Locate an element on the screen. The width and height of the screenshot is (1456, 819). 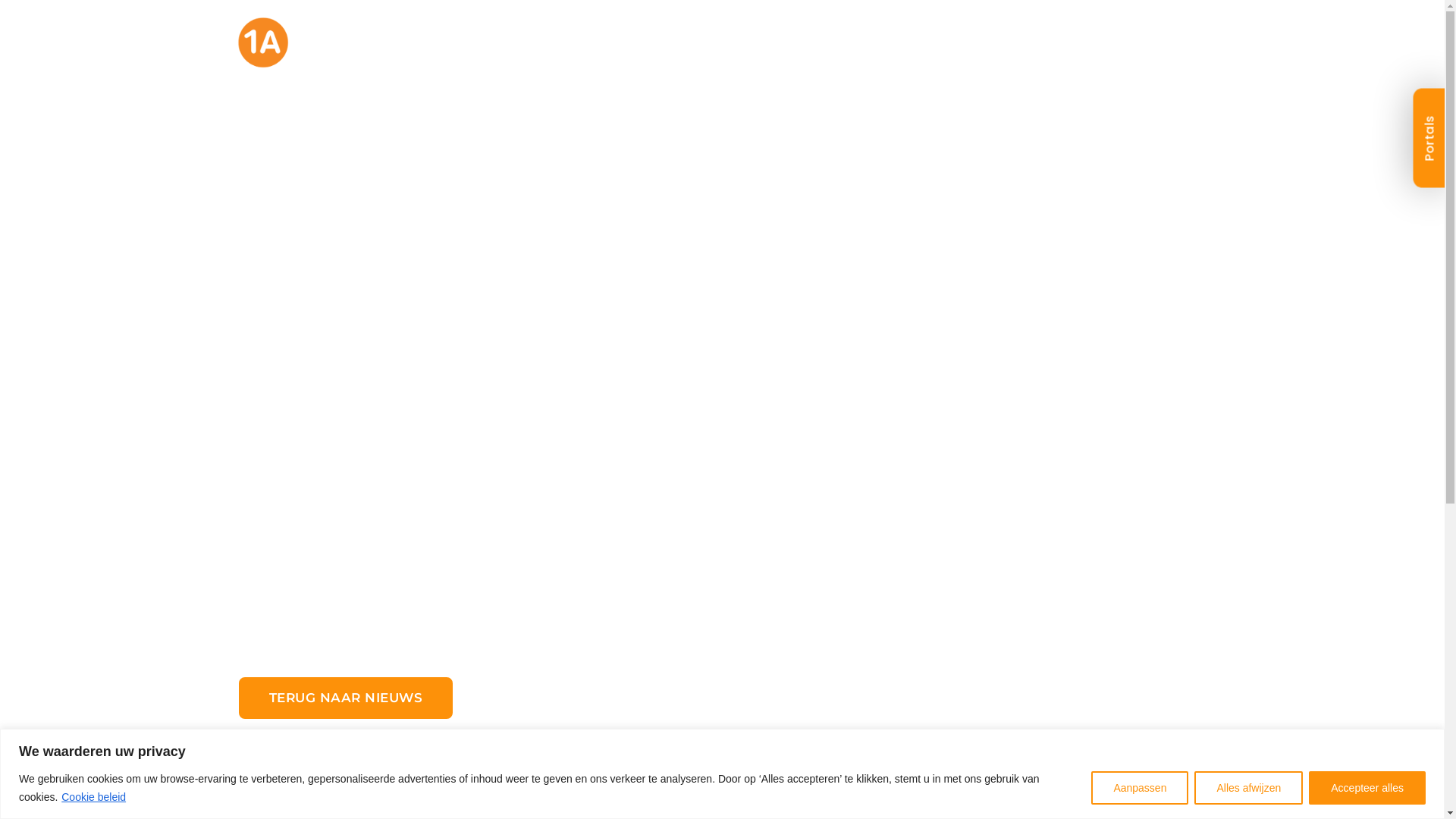
'Accepteer alles' is located at coordinates (1367, 786).